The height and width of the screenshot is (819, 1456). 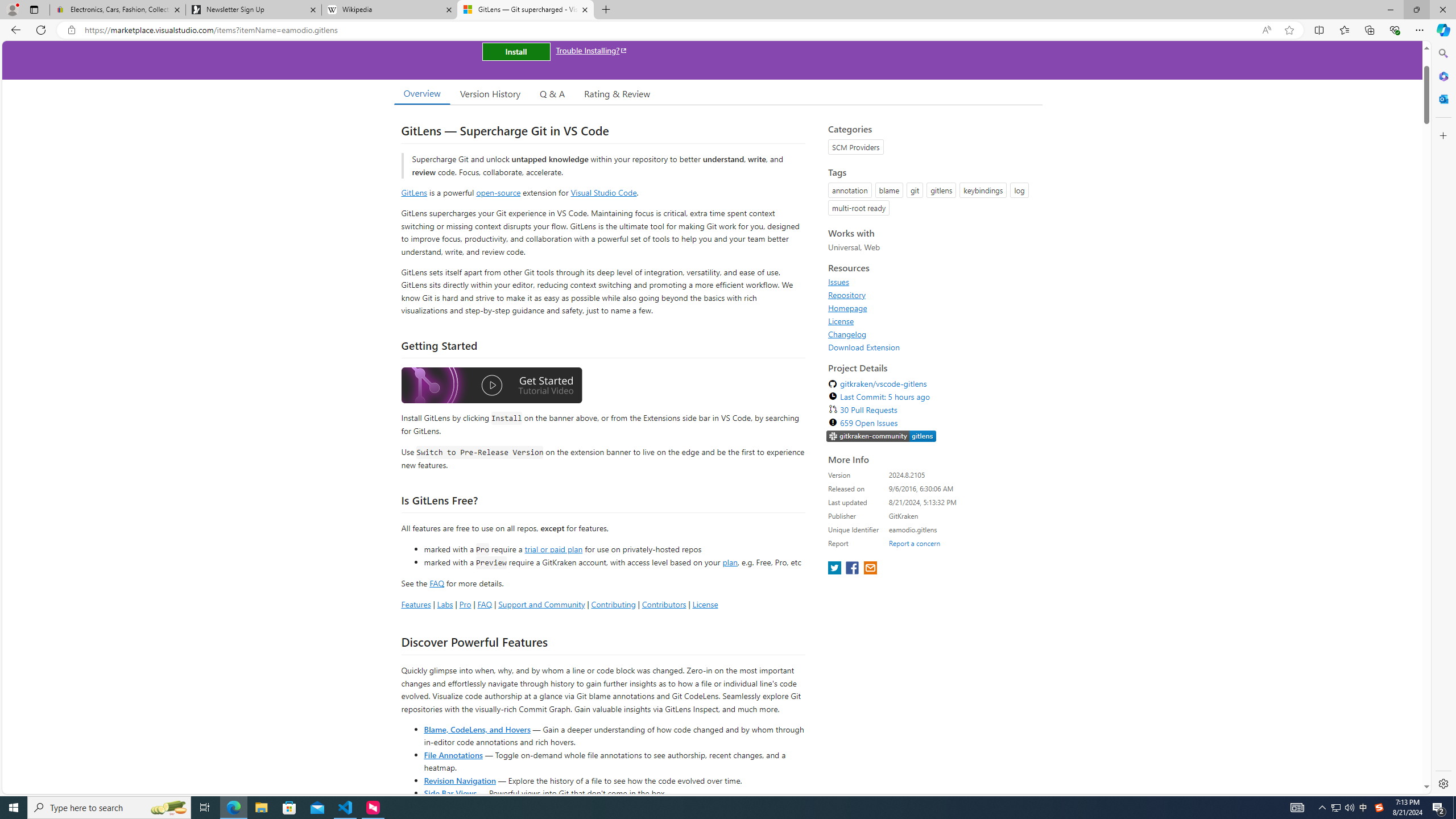 I want to click on 'trial or paid plan', so click(x=552, y=548).